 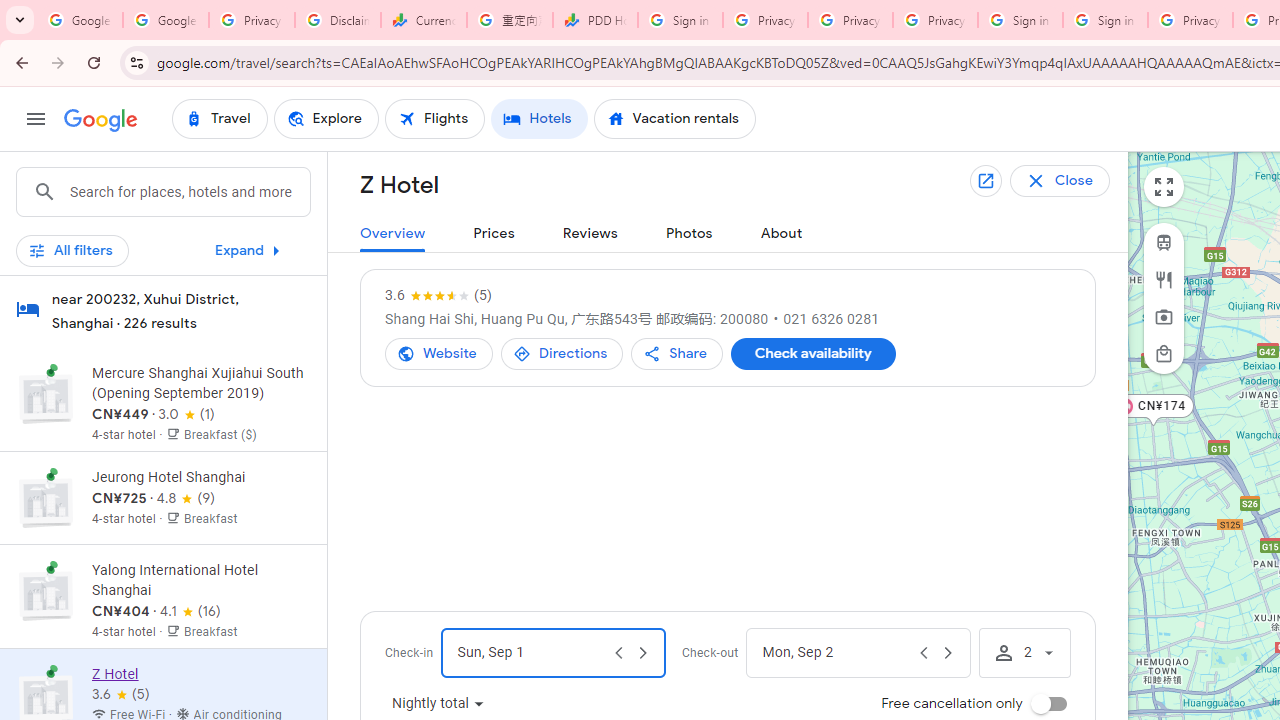 What do you see at coordinates (438, 352) in the screenshot?
I see `'Visit site for Z Hotel'` at bounding box center [438, 352].